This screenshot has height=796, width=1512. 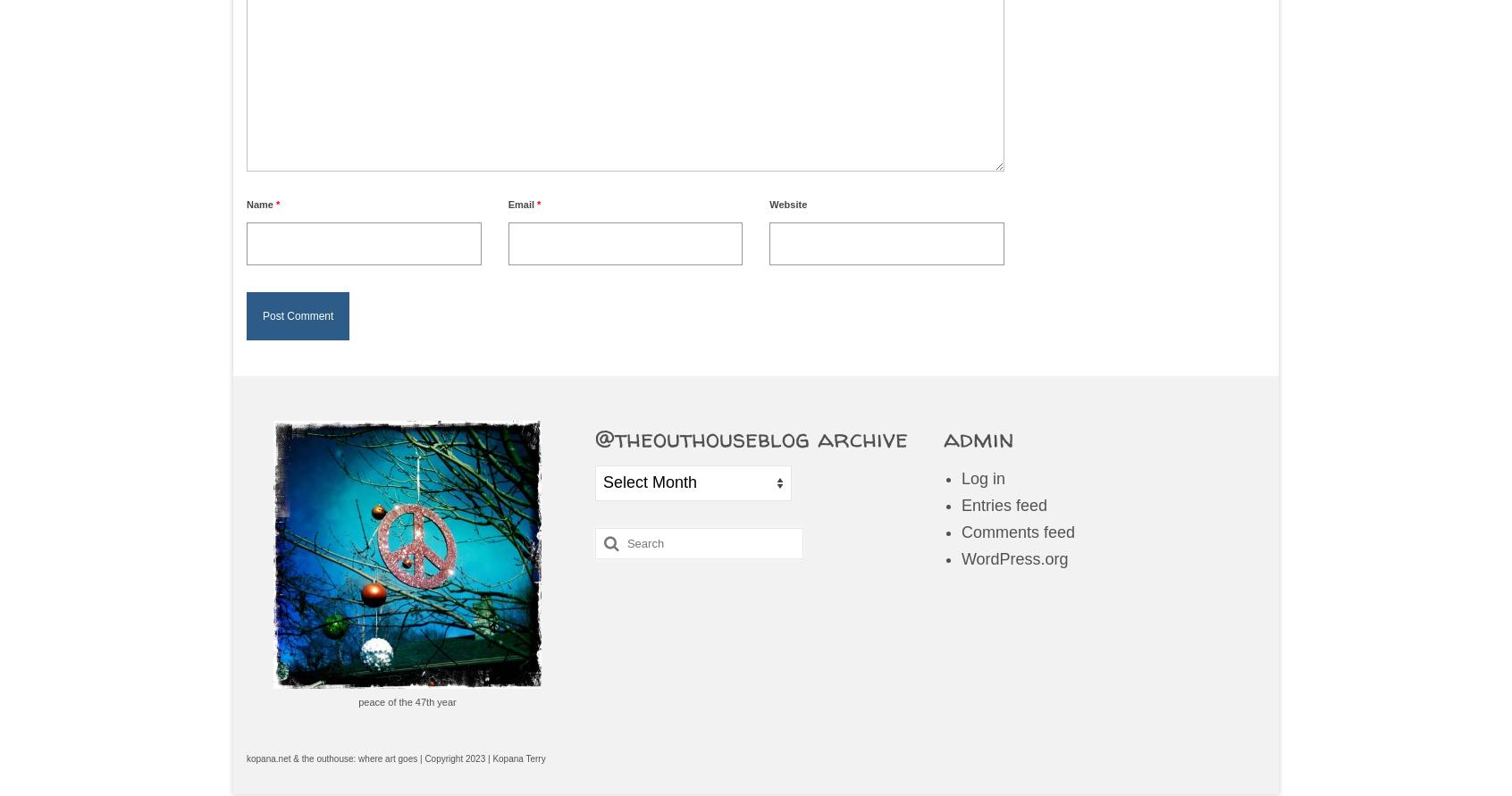 I want to click on '@theouthouseblog archive', so click(x=751, y=436).